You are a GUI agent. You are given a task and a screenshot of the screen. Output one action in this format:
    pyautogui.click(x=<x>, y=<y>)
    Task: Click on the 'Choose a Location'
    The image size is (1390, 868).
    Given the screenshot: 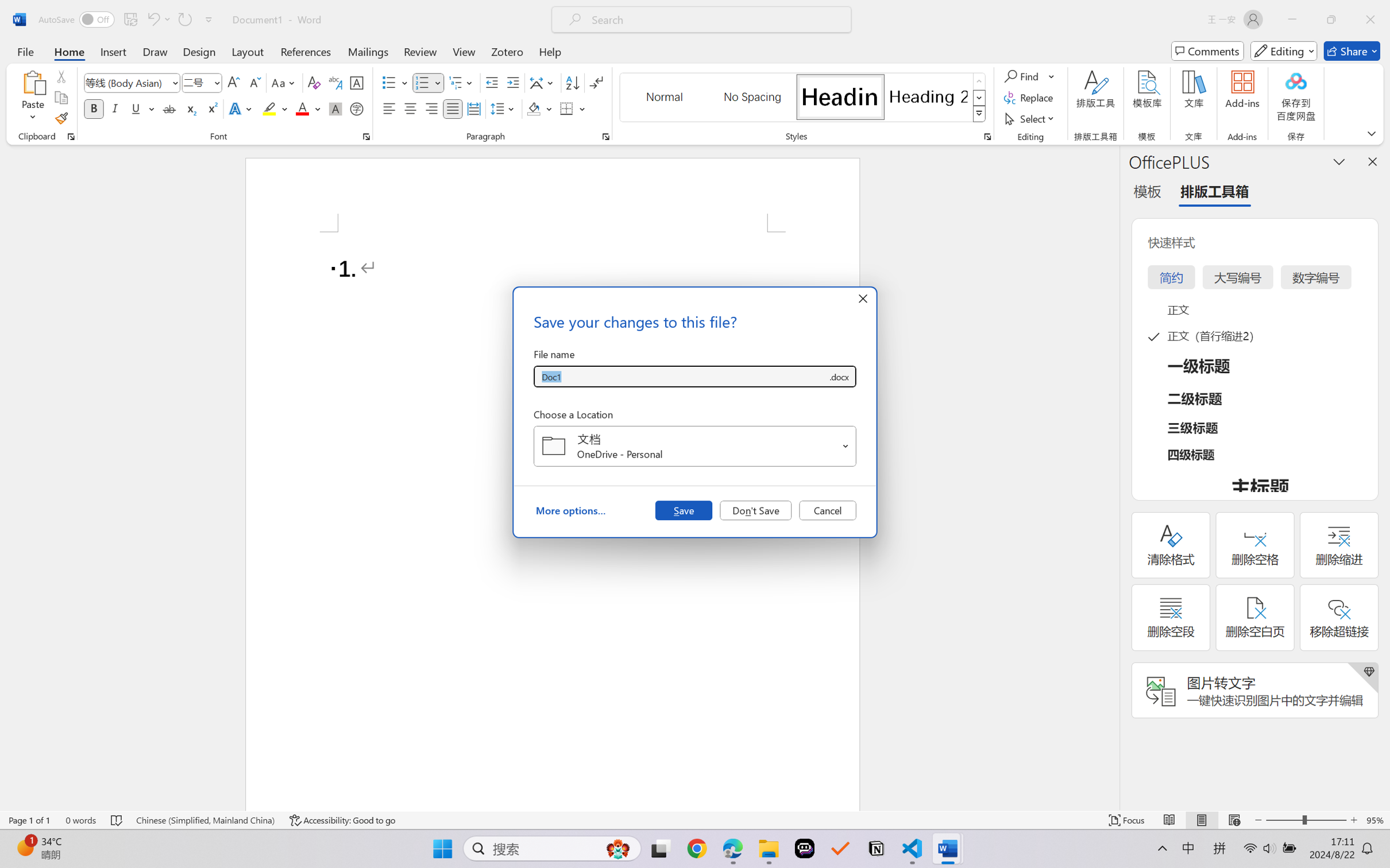 What is the action you would take?
    pyautogui.click(x=695, y=446)
    